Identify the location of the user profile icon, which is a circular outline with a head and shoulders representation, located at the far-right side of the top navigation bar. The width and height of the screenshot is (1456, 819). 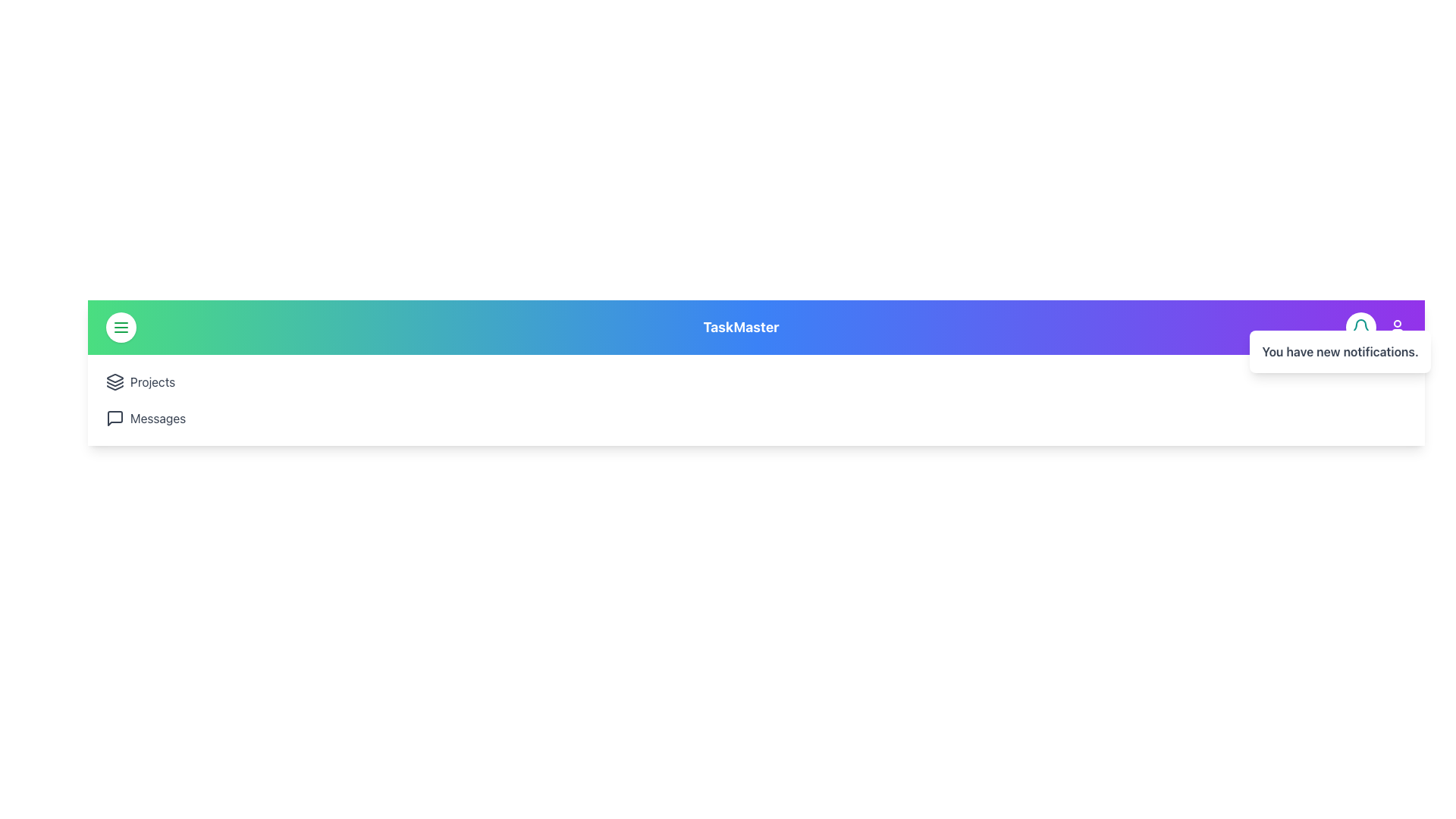
(1397, 327).